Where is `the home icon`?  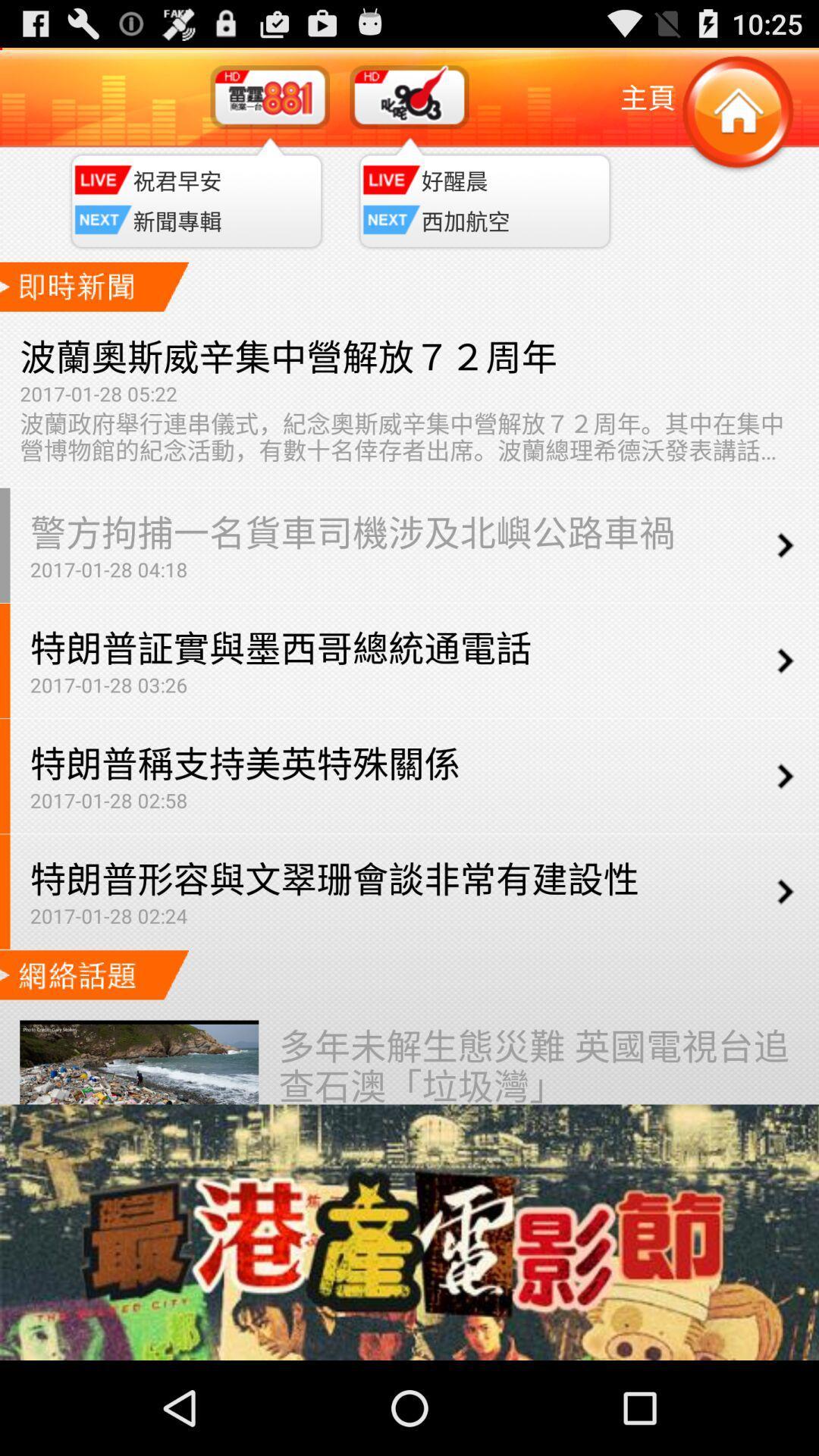 the home icon is located at coordinates (736, 121).